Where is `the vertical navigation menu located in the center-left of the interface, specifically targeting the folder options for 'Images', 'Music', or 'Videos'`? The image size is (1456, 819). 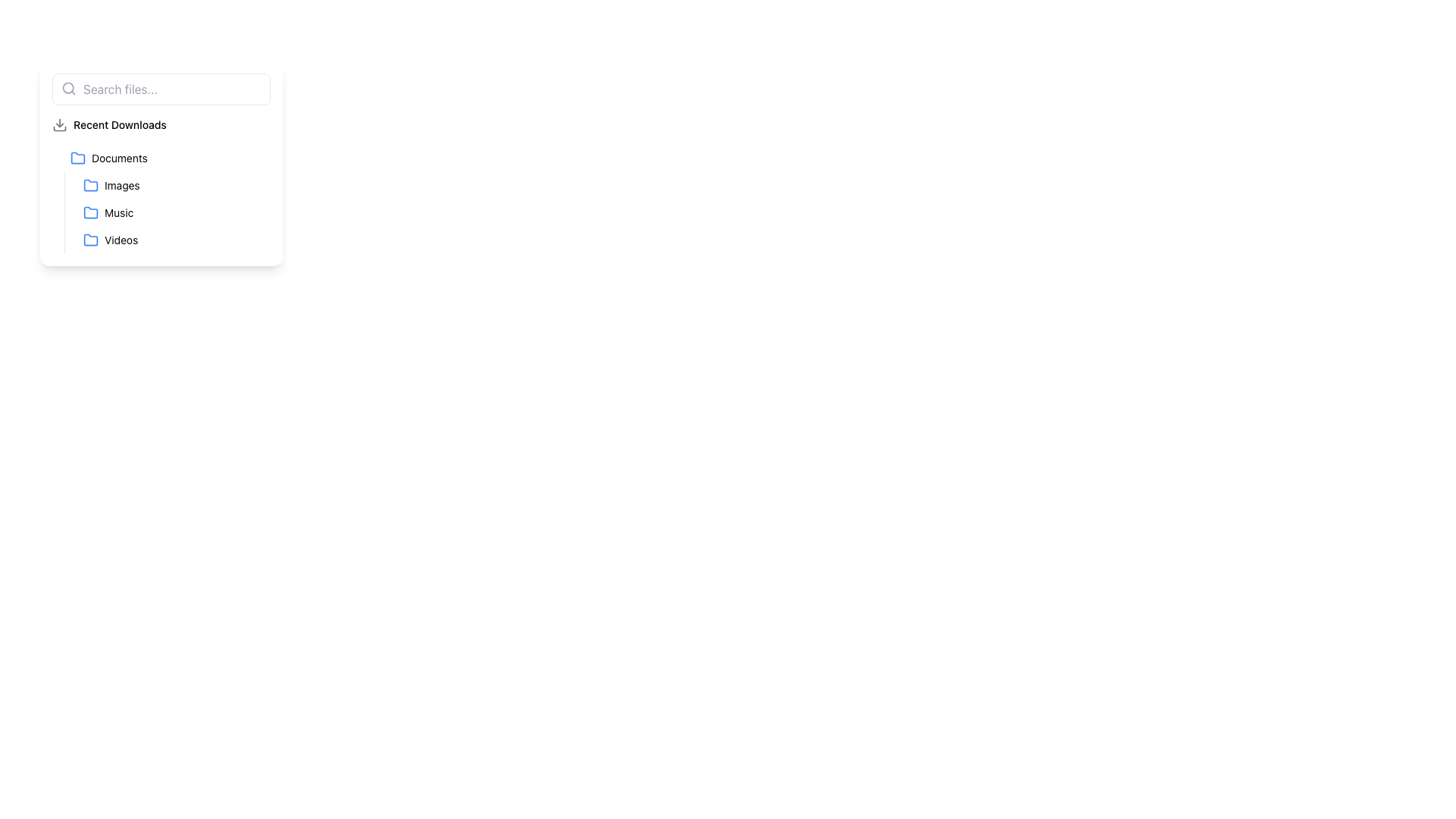 the vertical navigation menu located in the center-left of the interface, specifically targeting the folder options for 'Images', 'Music', or 'Videos' is located at coordinates (167, 213).